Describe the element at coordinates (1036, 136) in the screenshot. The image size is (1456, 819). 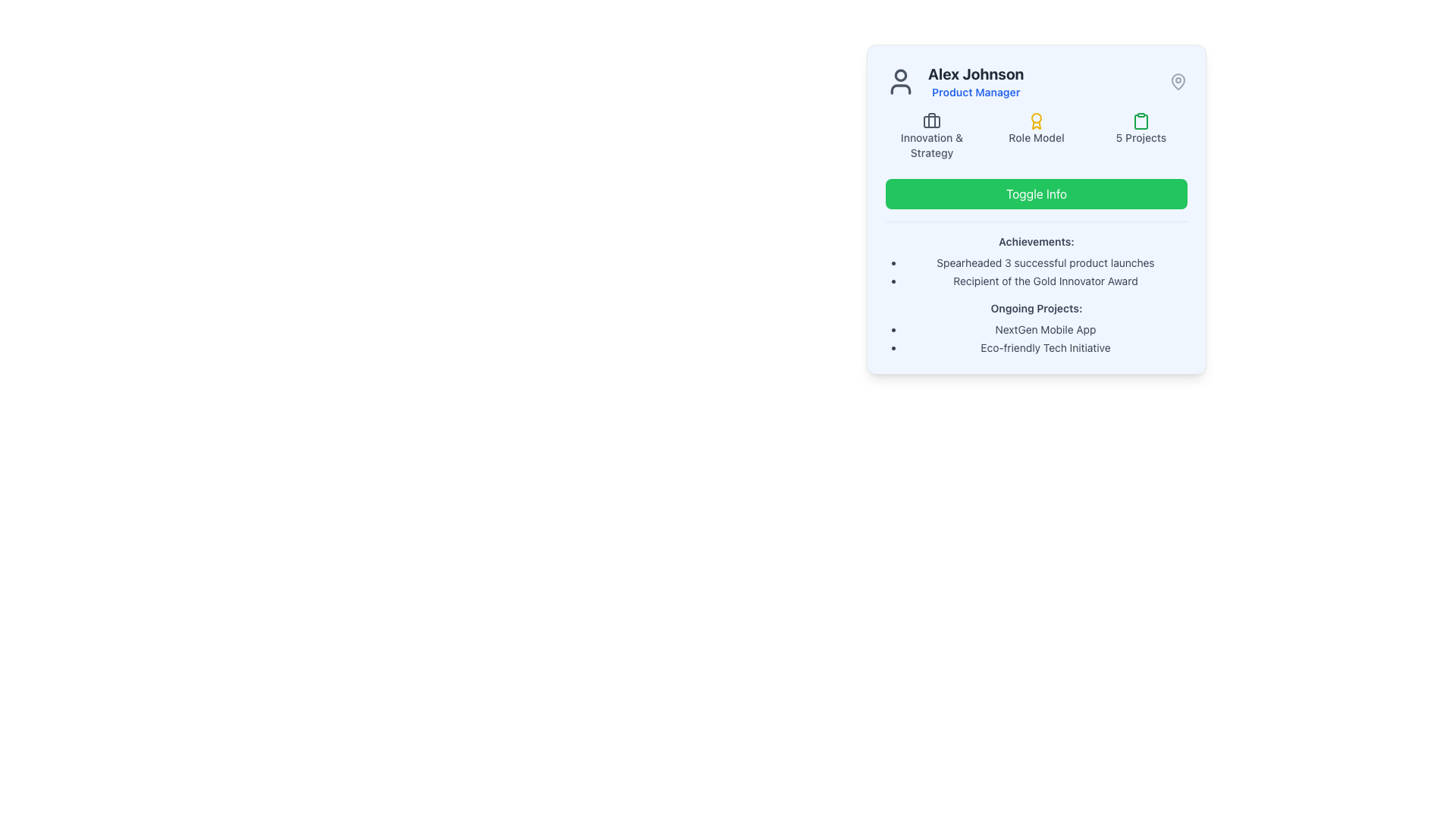
I see `the Icon with label 'Role Model', which features a yellow medal graphic and gray text, located centrally in the card titled 'Alex Johnson'` at that location.